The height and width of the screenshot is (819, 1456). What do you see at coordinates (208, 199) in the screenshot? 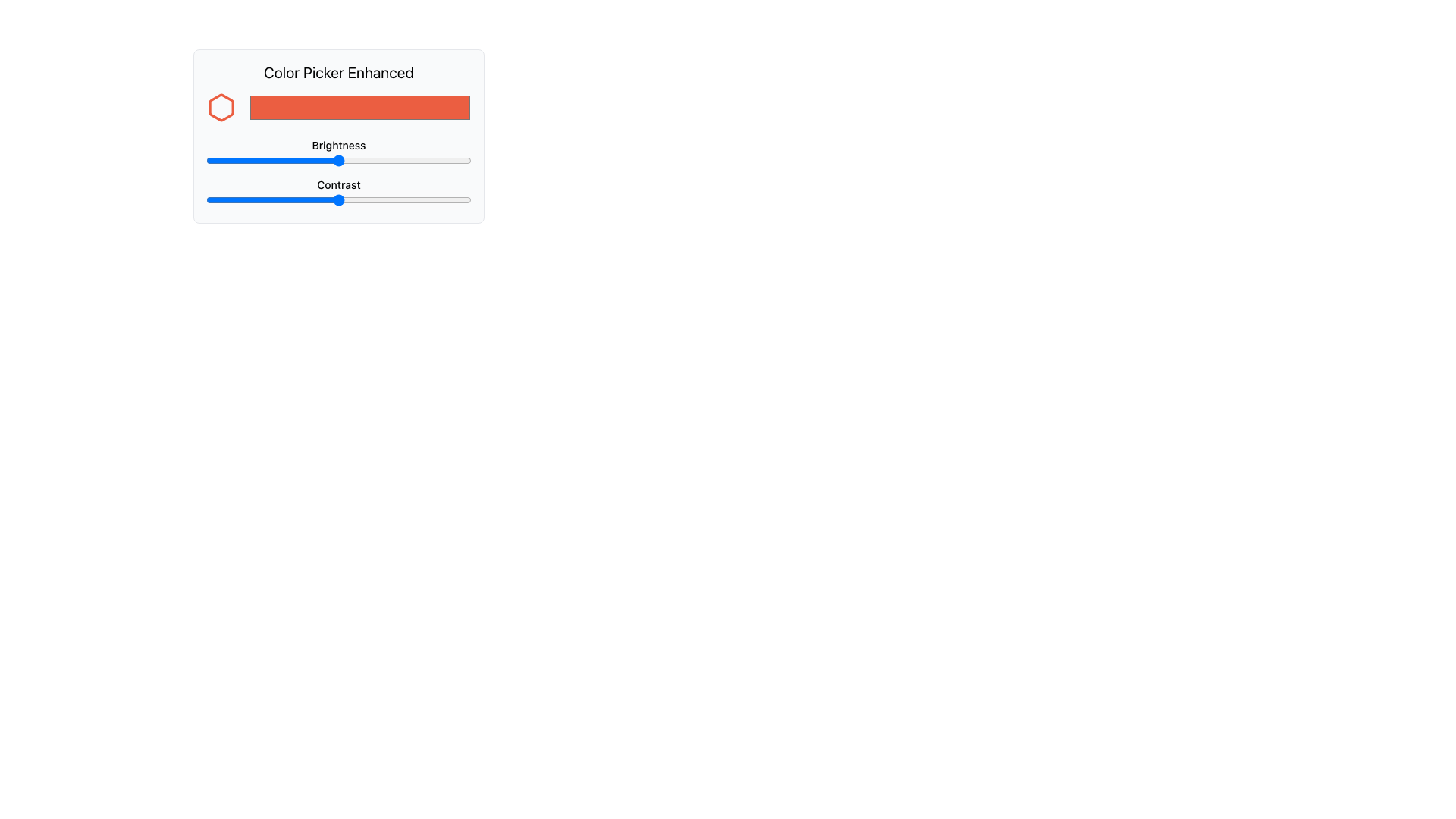
I see `the contrast value` at bounding box center [208, 199].